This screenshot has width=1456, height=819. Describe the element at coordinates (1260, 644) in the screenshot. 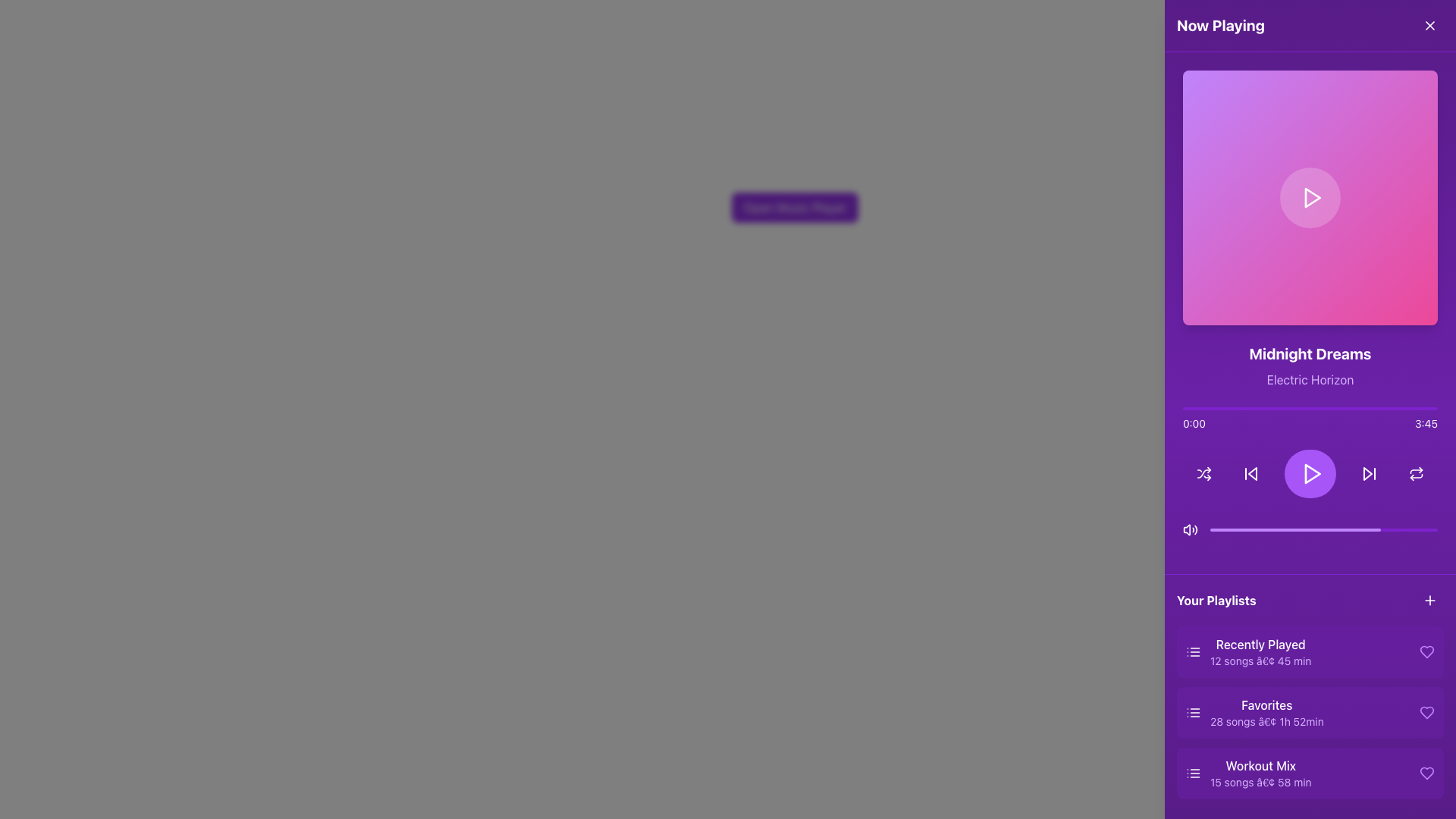

I see `the text label that indicates the name of the first playlist entry in the 'Your Playlists' section, located below the playback control panel` at that location.